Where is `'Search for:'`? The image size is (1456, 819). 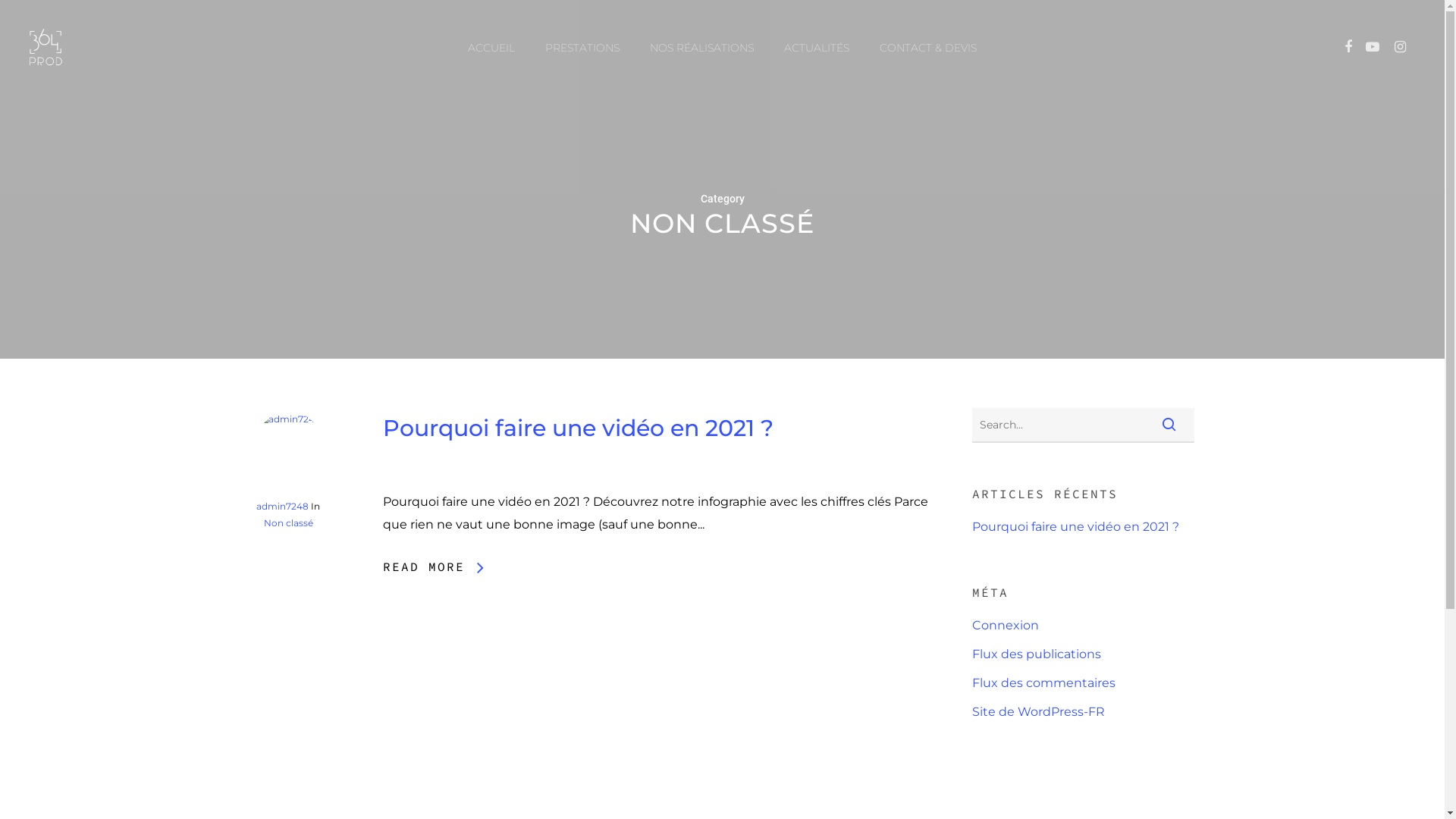 'Search for:' is located at coordinates (1082, 425).